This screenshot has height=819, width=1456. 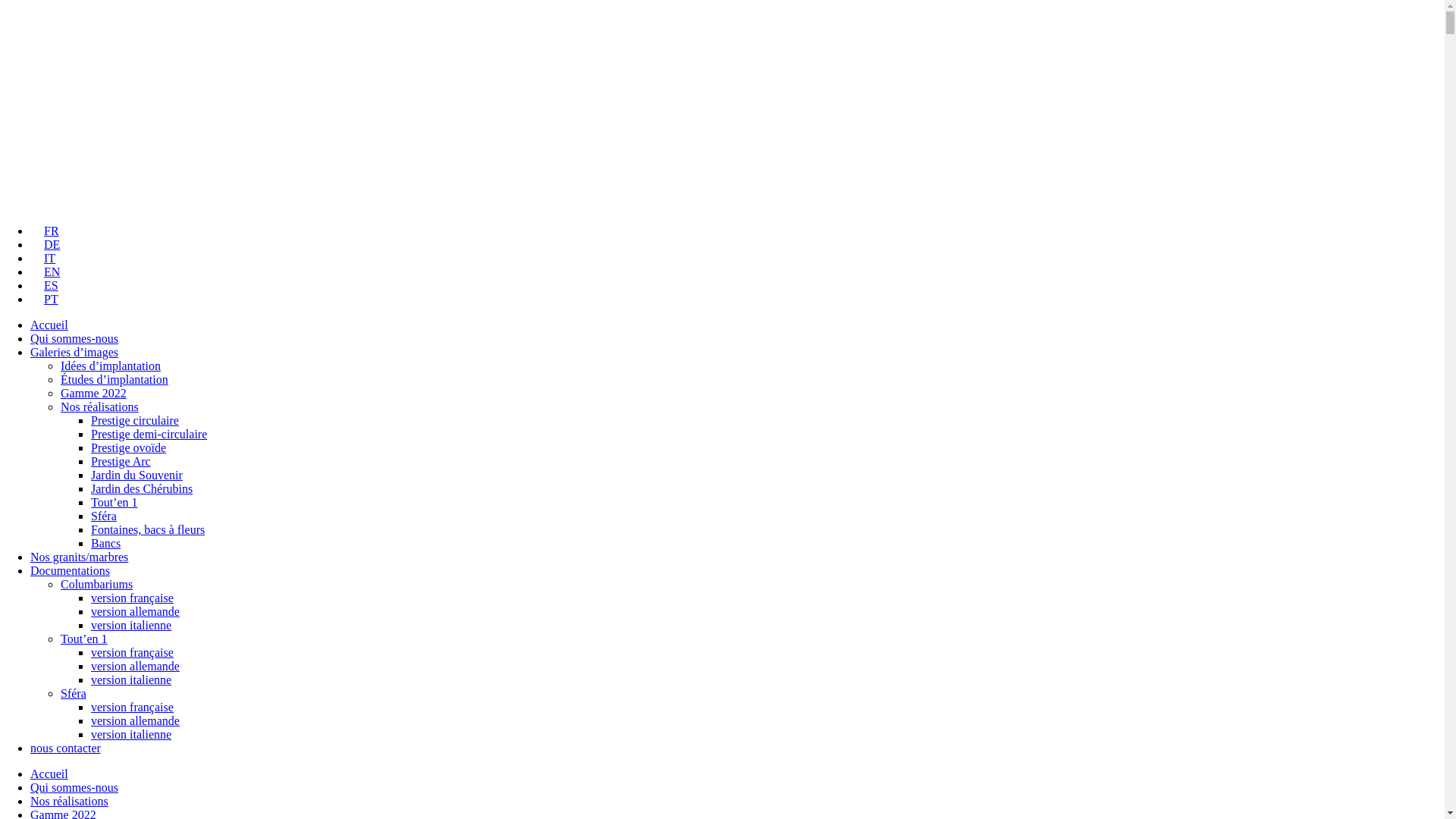 I want to click on 'ES', so click(x=44, y=285).